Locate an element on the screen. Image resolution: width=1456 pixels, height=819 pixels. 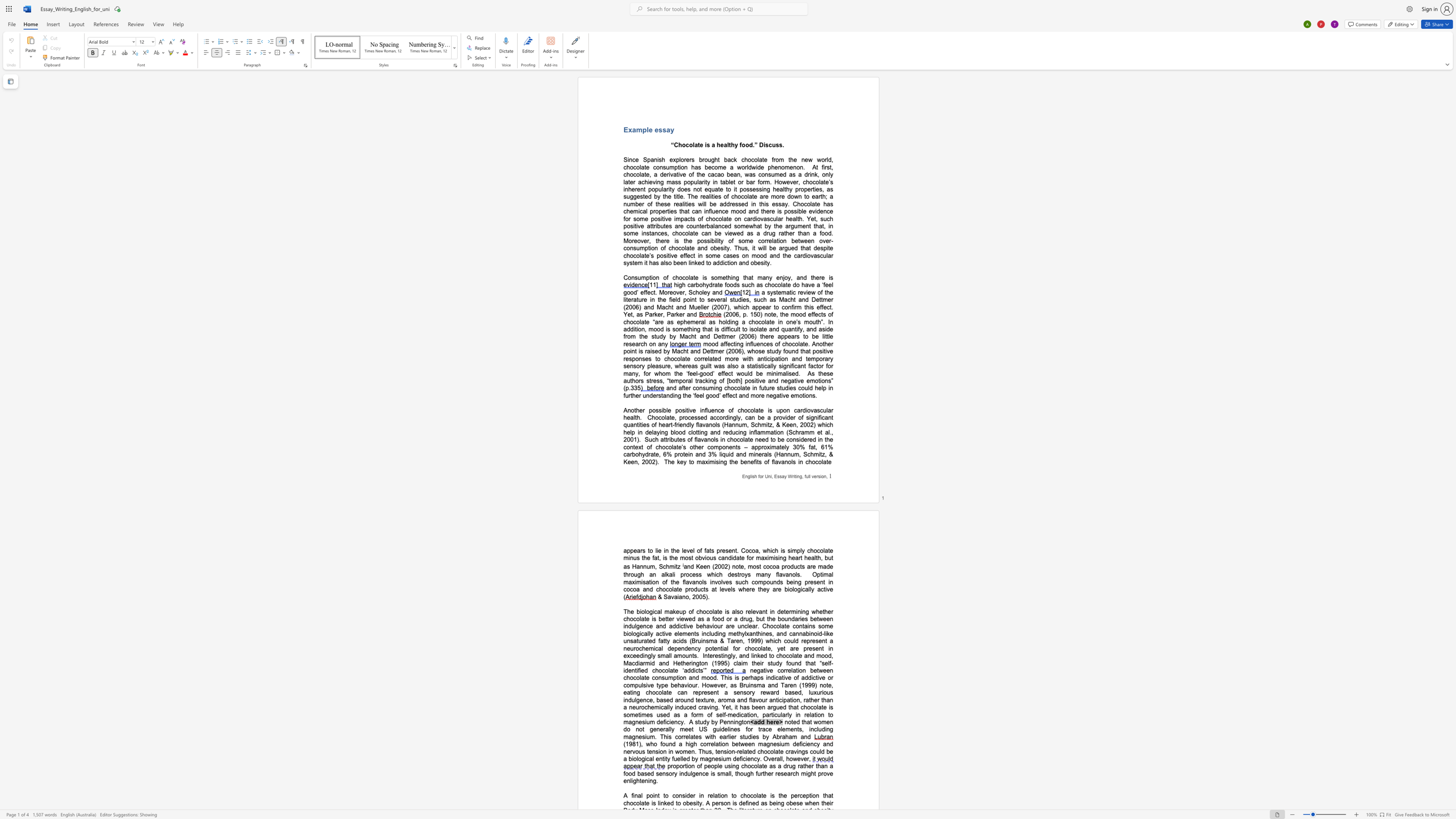
the space between the continuous character "s" and "h" in the text is located at coordinates (661, 159).